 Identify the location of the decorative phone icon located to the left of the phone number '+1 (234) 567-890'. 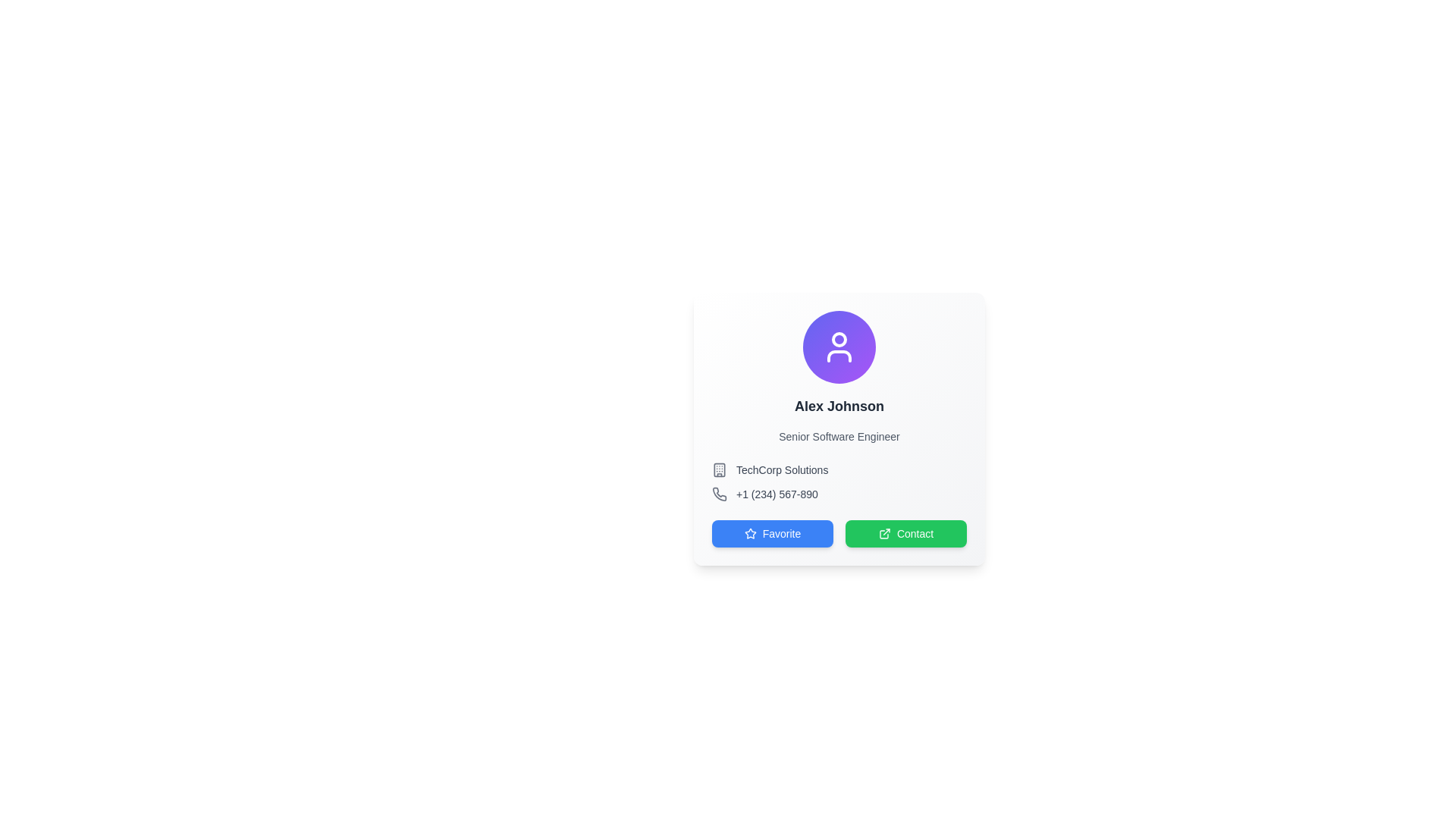
(719, 494).